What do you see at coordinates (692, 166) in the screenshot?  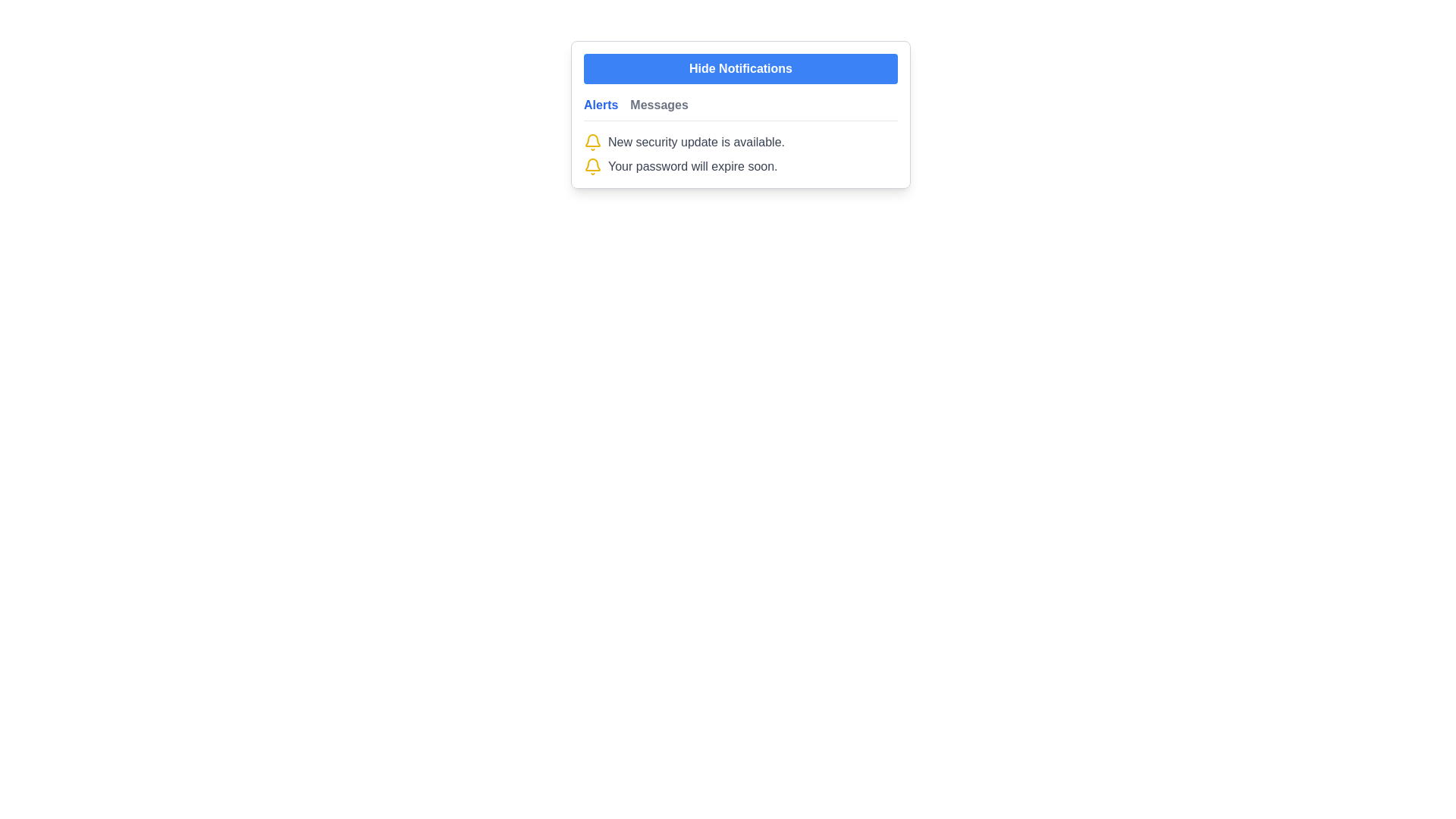 I see `the notification label indicating that the user's password will expire shortly, which is positioned in the notification dropdown after a bell icon` at bounding box center [692, 166].